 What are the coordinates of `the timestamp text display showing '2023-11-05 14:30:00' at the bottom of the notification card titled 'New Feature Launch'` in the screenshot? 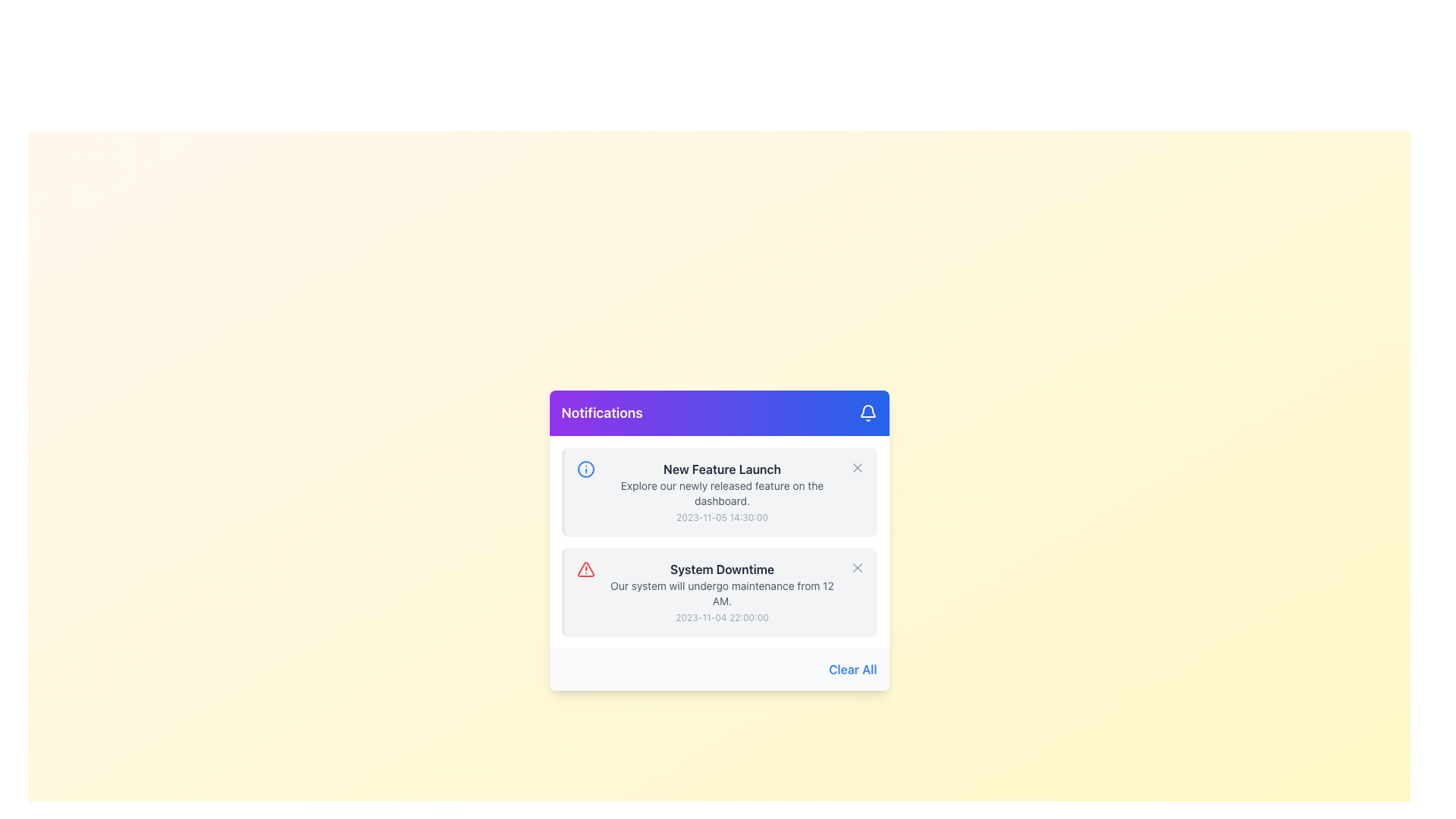 It's located at (721, 516).